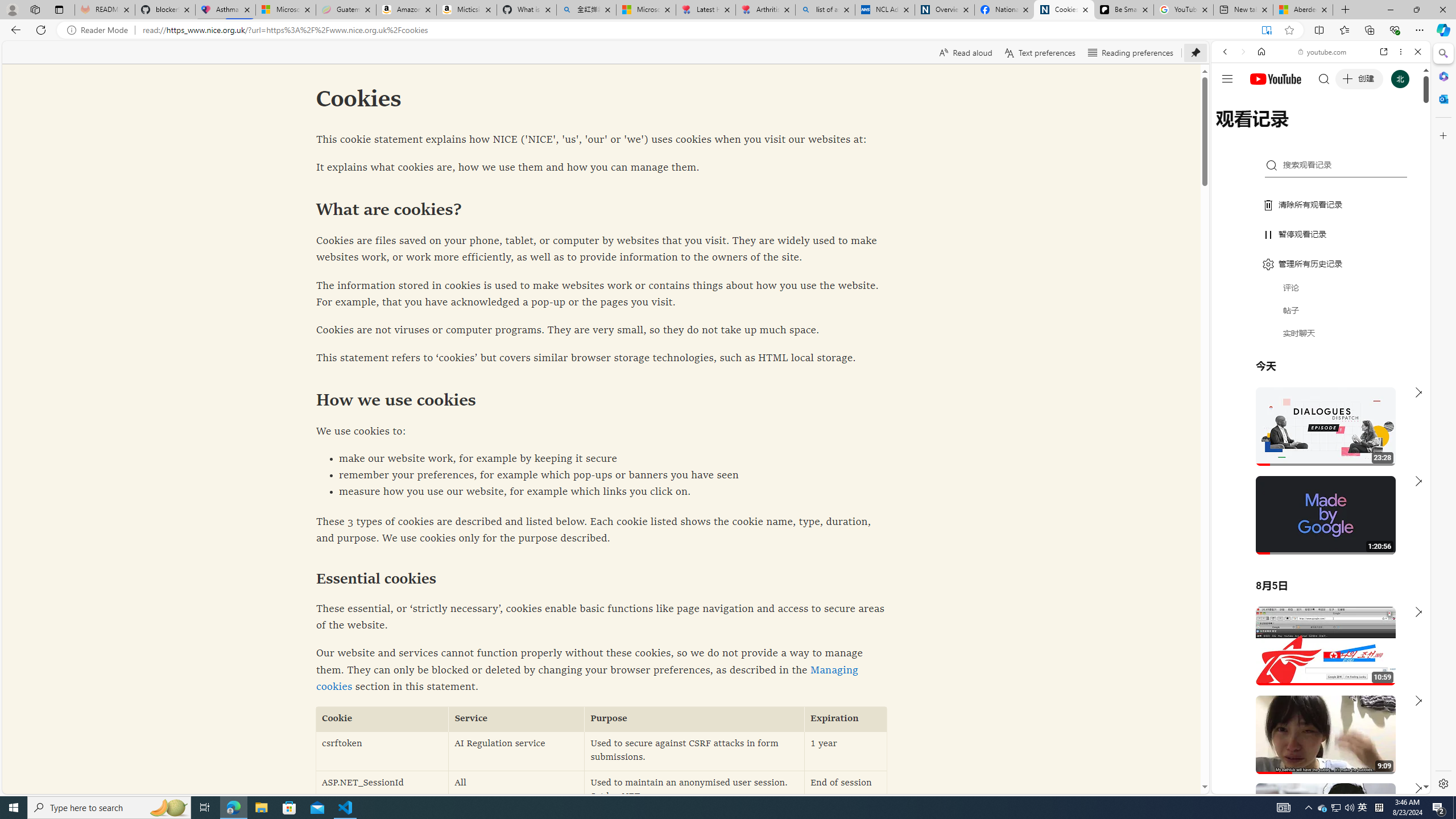 The height and width of the screenshot is (819, 1456). What do you see at coordinates (1322, 52) in the screenshot?
I see `'youtube.com'` at bounding box center [1322, 52].